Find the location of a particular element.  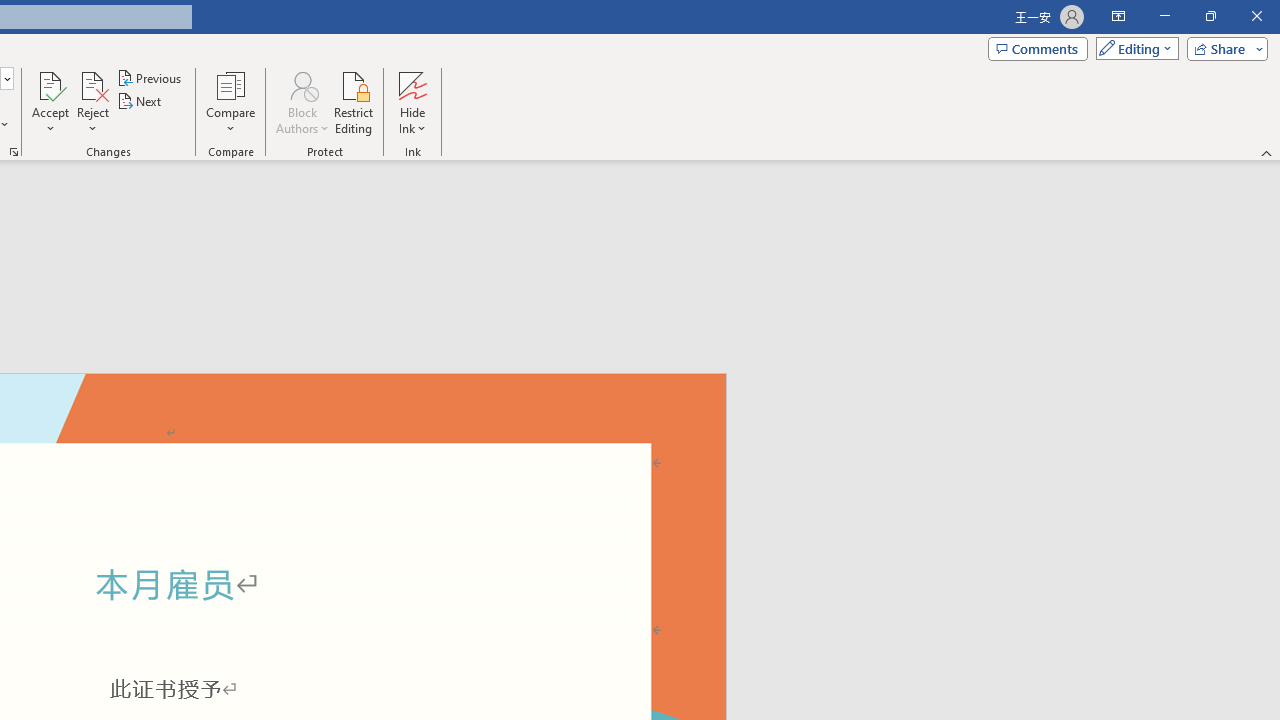

'Minimize' is located at coordinates (1164, 16).